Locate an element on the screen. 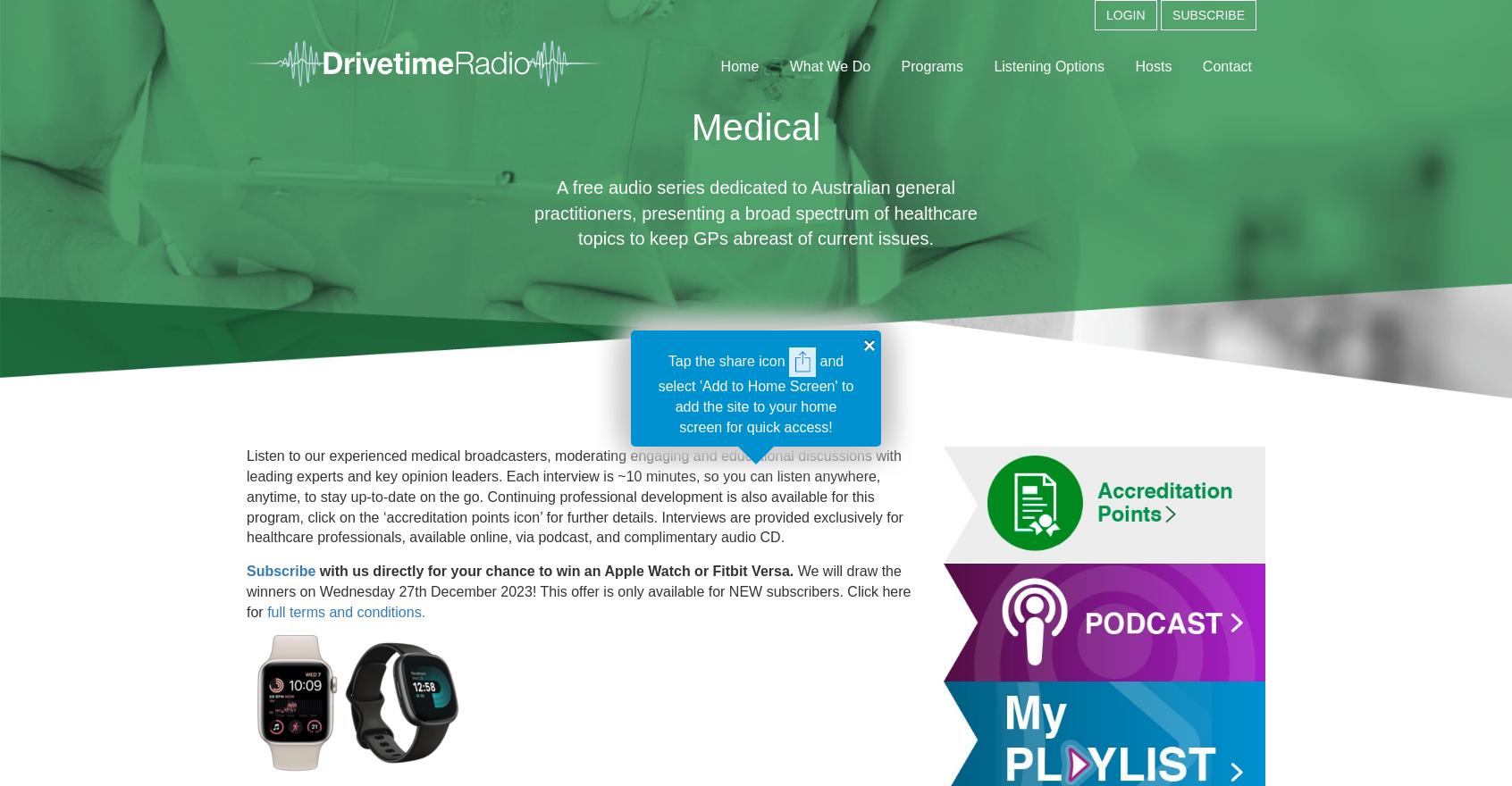 Image resolution: width=1512 pixels, height=786 pixels. 'What We Do' is located at coordinates (829, 65).